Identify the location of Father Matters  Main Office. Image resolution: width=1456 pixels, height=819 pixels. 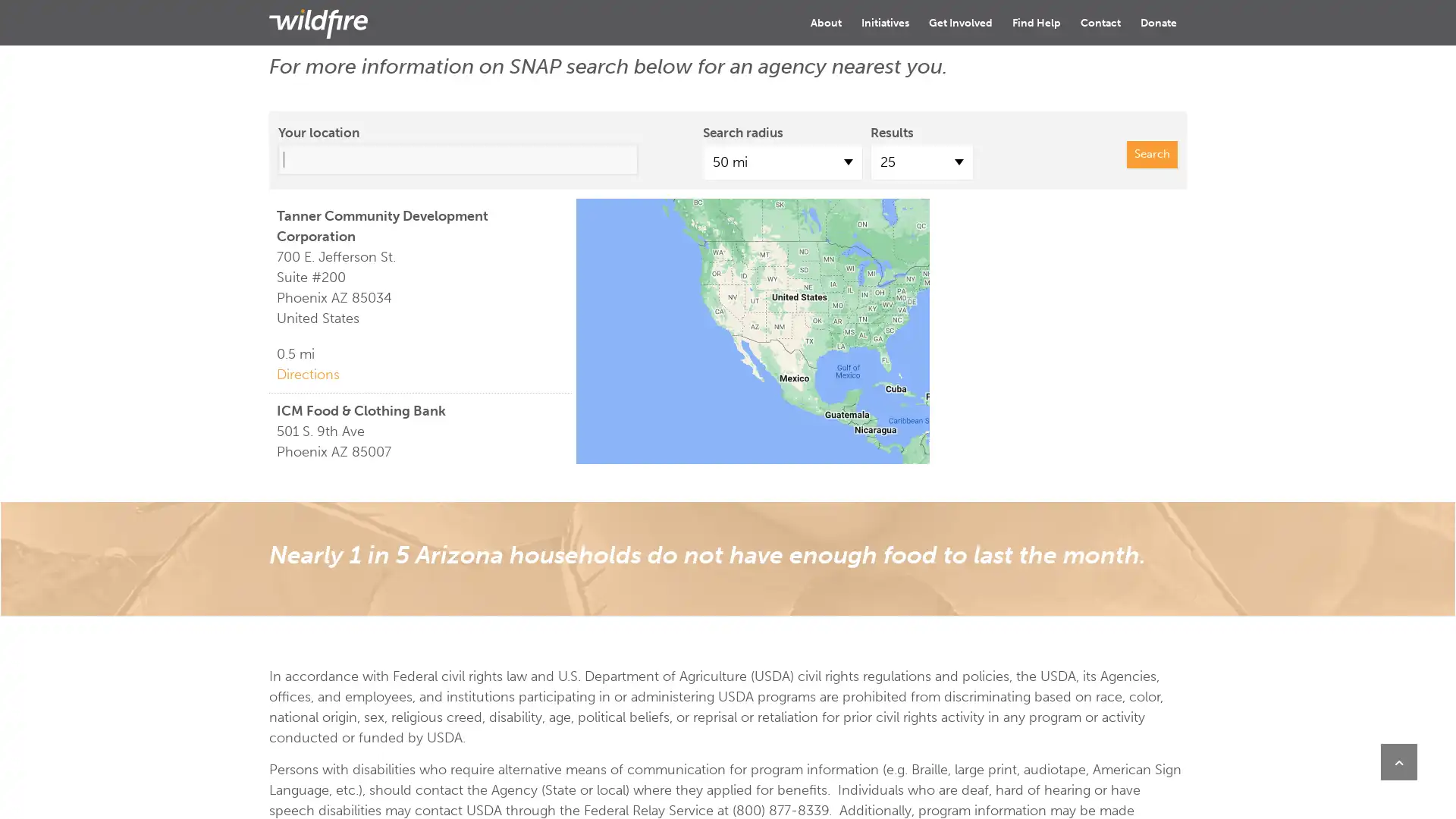
(906, 350).